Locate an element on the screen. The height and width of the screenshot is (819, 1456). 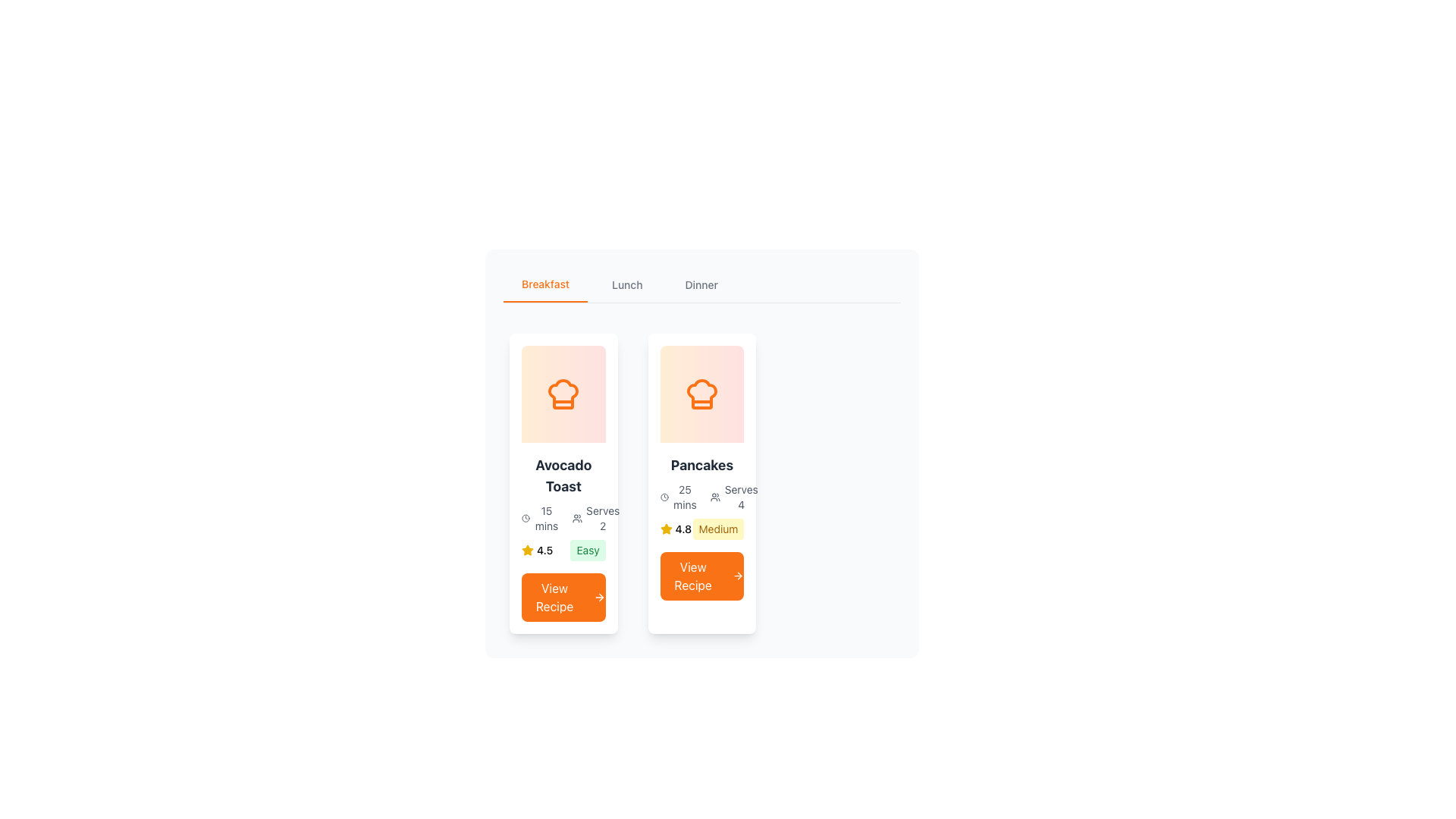
the Navigation tab group located centrally at the top of the recipe section is located at coordinates (701, 284).